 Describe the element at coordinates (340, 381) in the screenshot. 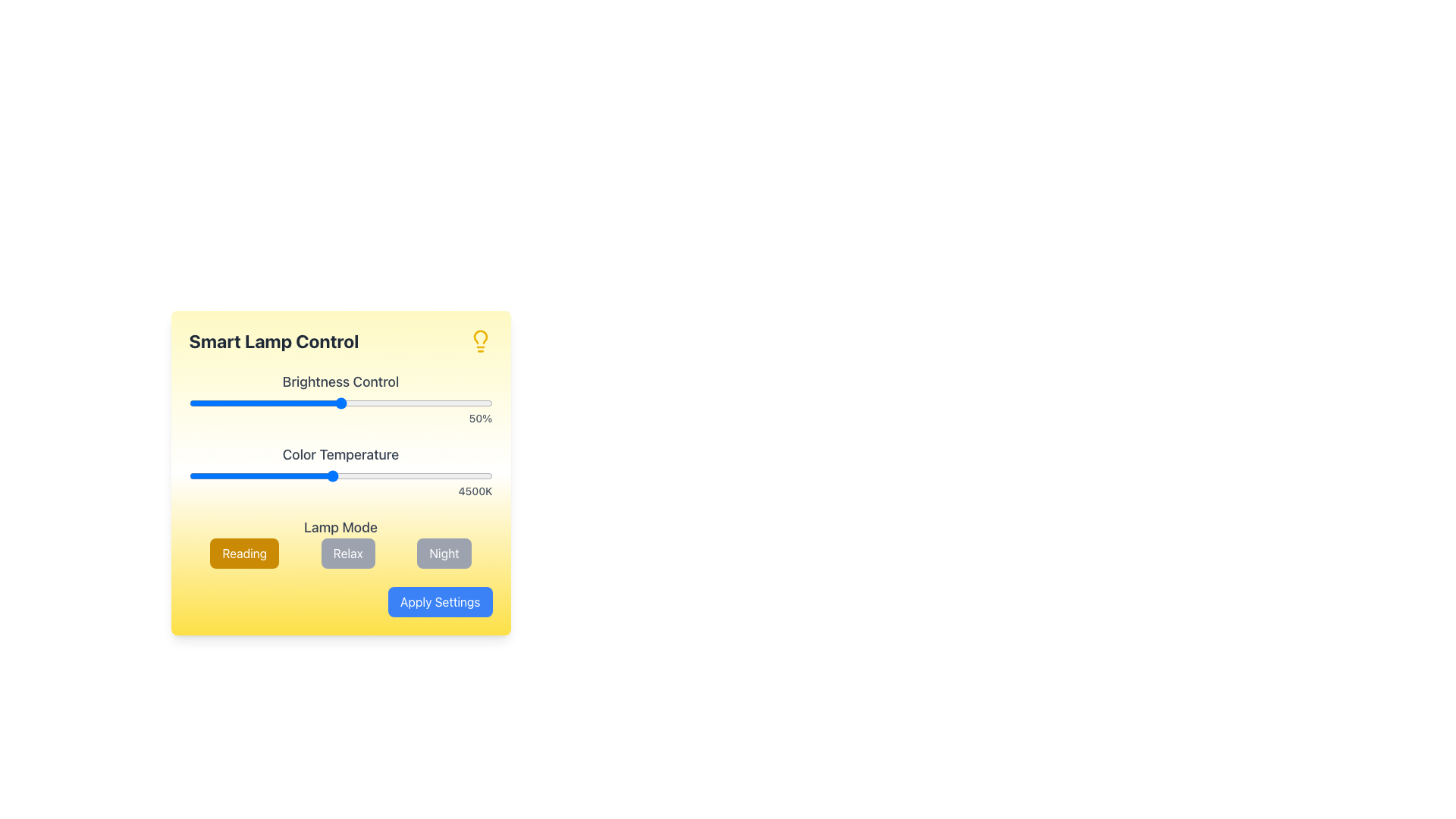

I see `the text label reading 'Brightness Control', which is styled in large gray text and is located above the slider component and percentage label '50%'` at that location.